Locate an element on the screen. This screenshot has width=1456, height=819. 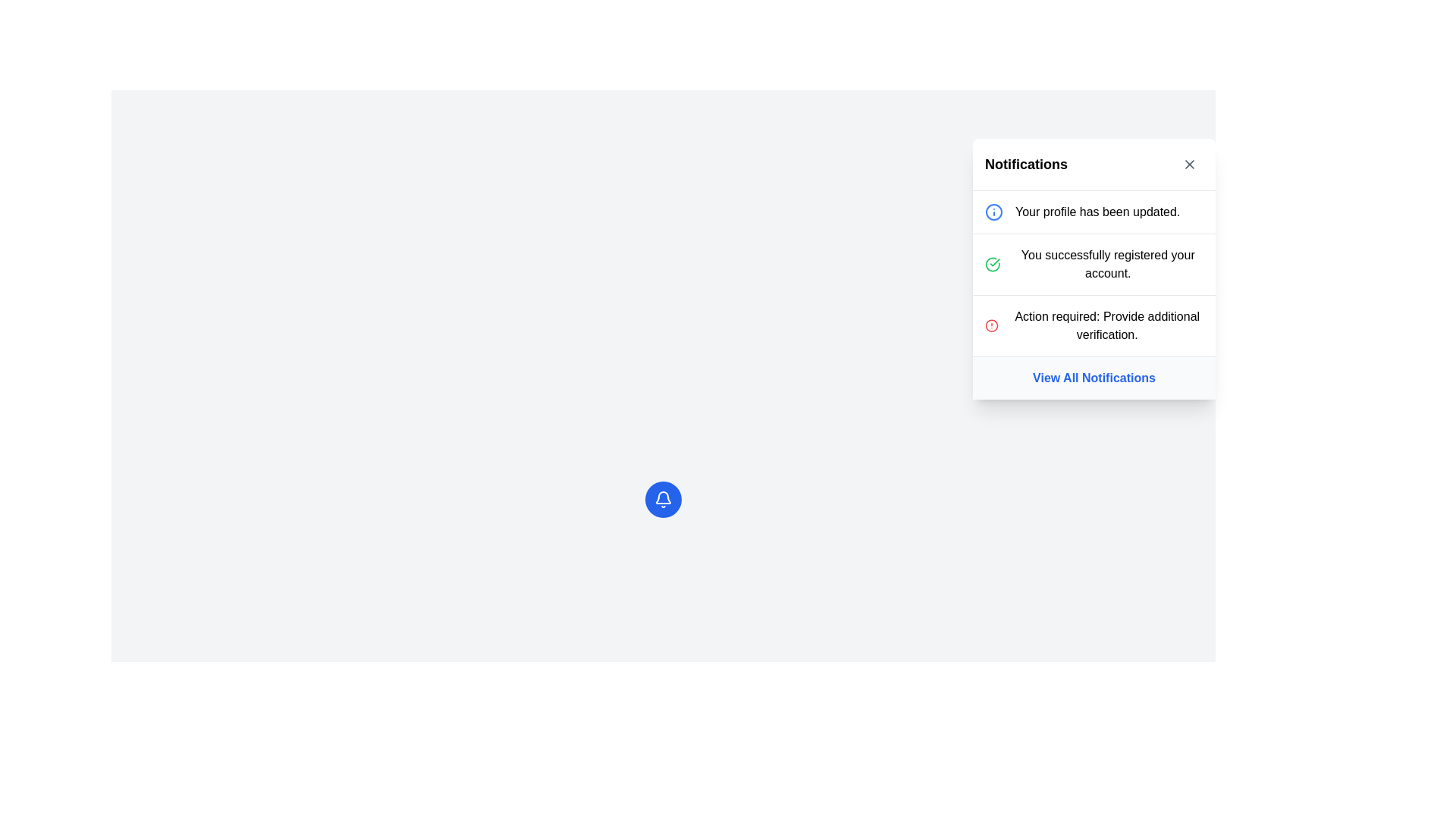
status notification indicating the successful completion of the account registration process, which is the second in a vertical list of notifications is located at coordinates (1094, 263).